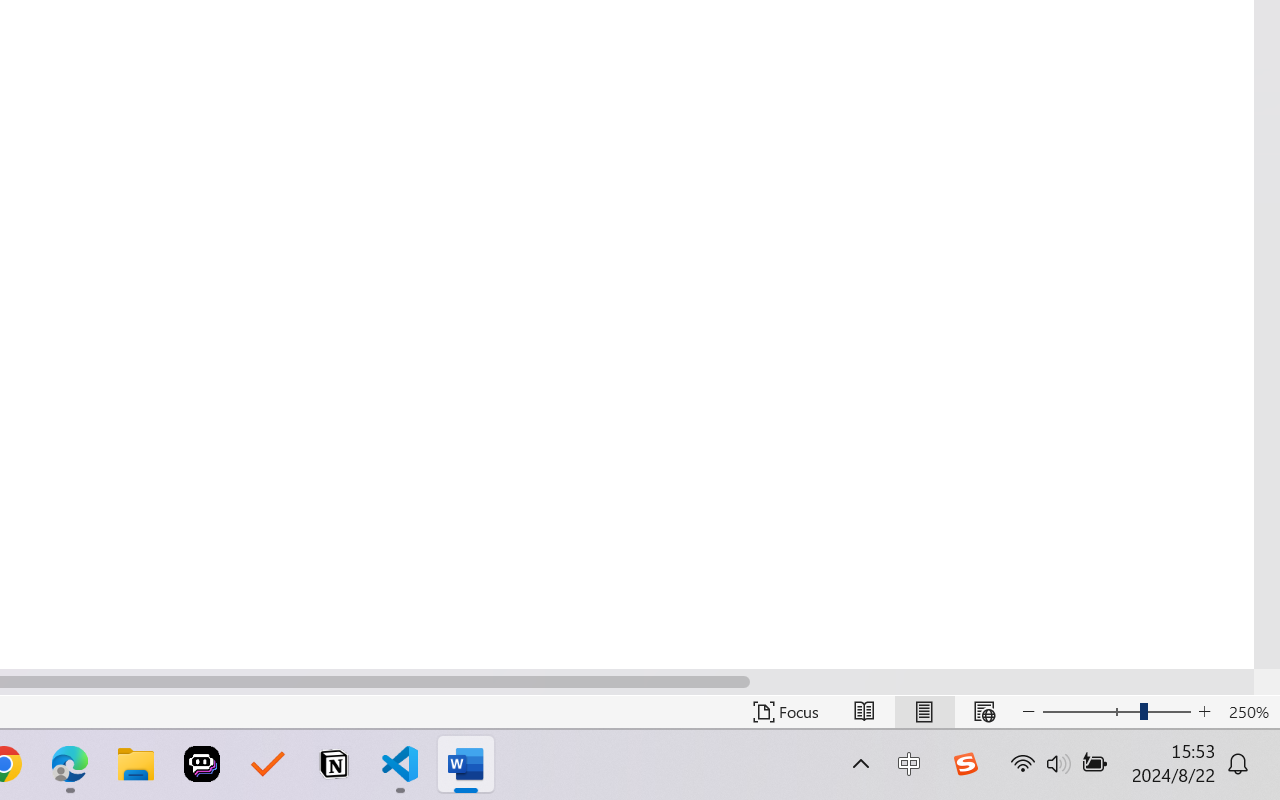 The image size is (1280, 800). What do you see at coordinates (923, 711) in the screenshot?
I see `'Print Layout'` at bounding box center [923, 711].